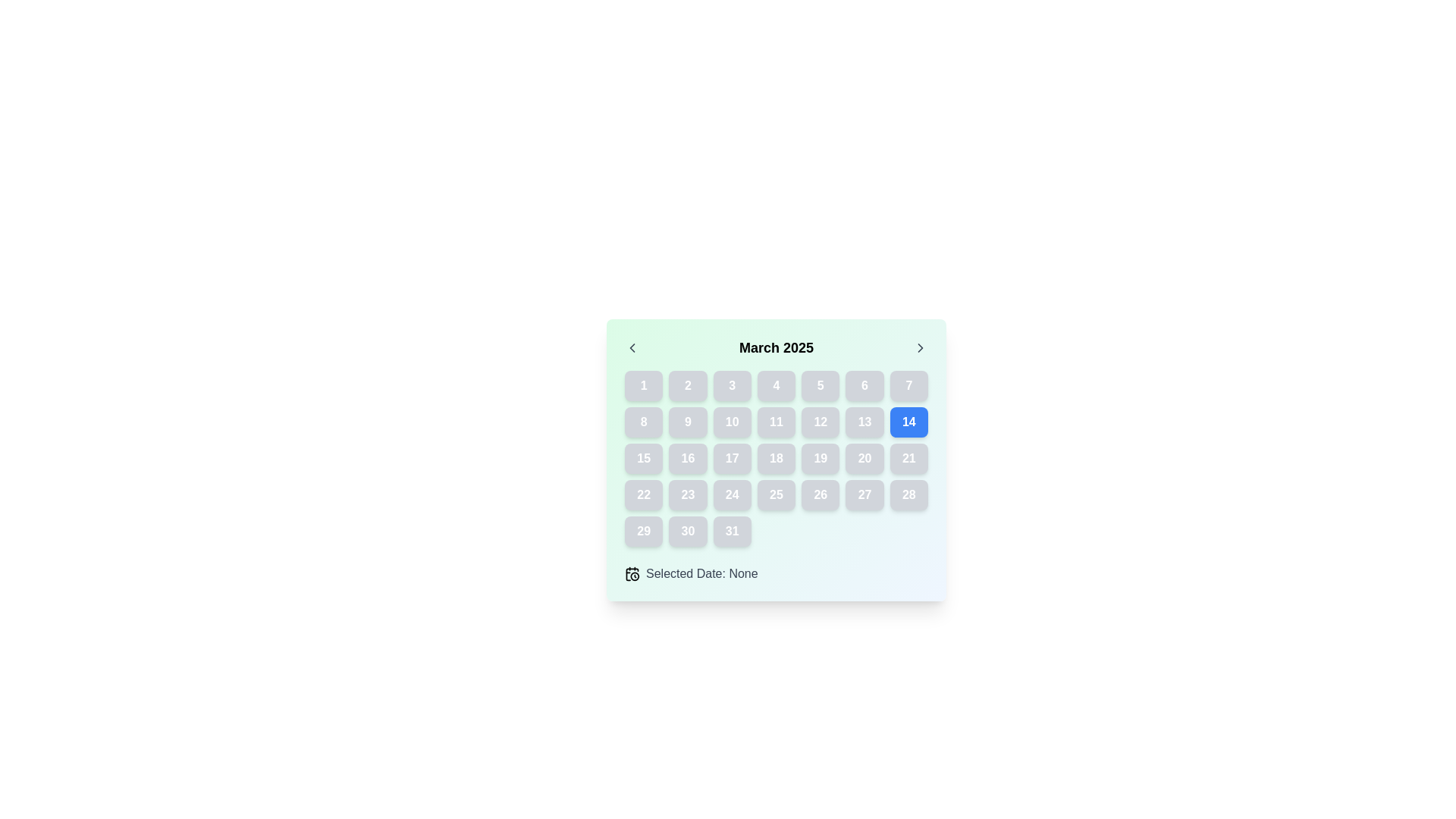  Describe the element at coordinates (776, 385) in the screenshot. I see `the calendar button representing the date '4'` at that location.